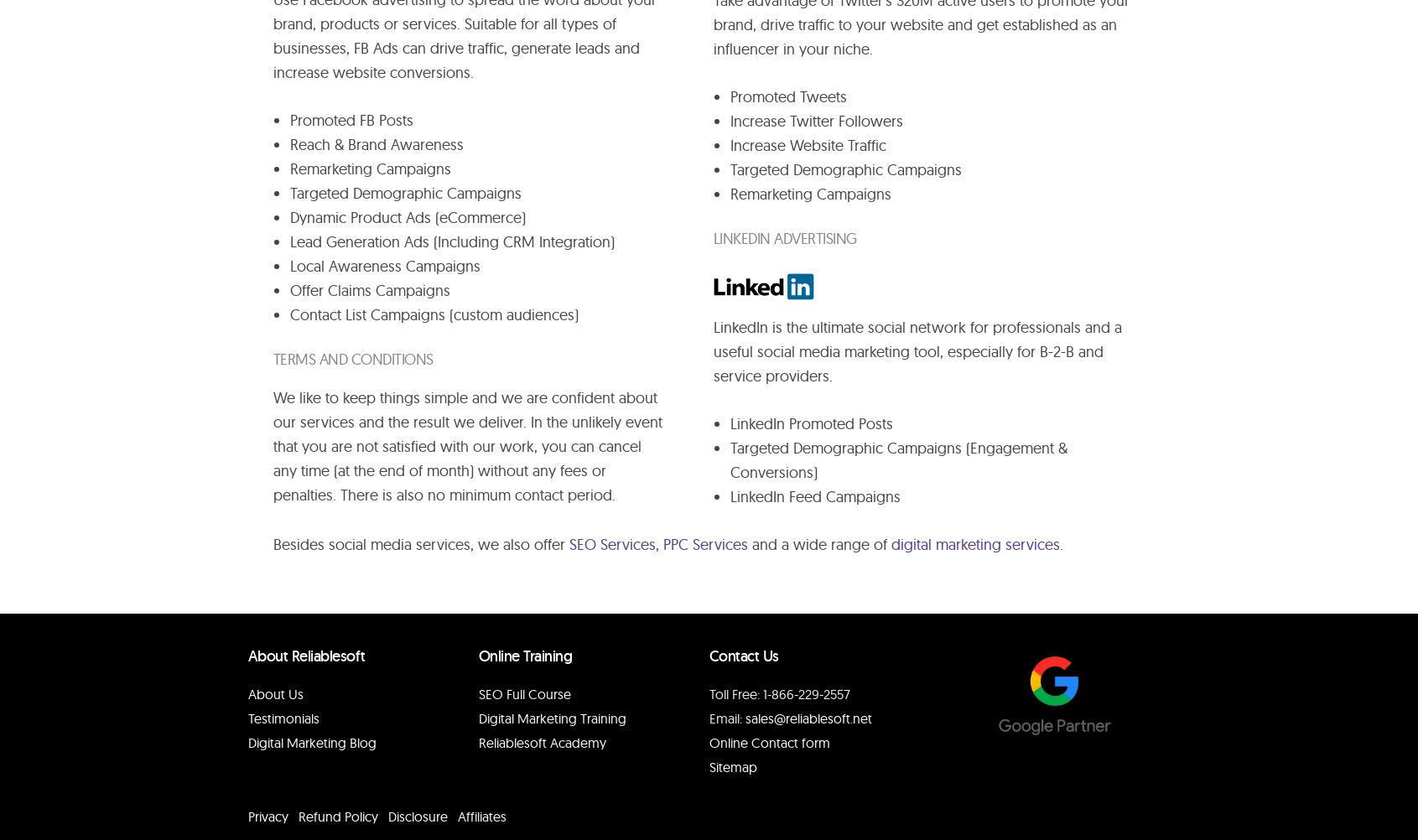 This screenshot has width=1418, height=840. What do you see at coordinates (352, 358) in the screenshot?
I see `'Terms and Conditions'` at bounding box center [352, 358].